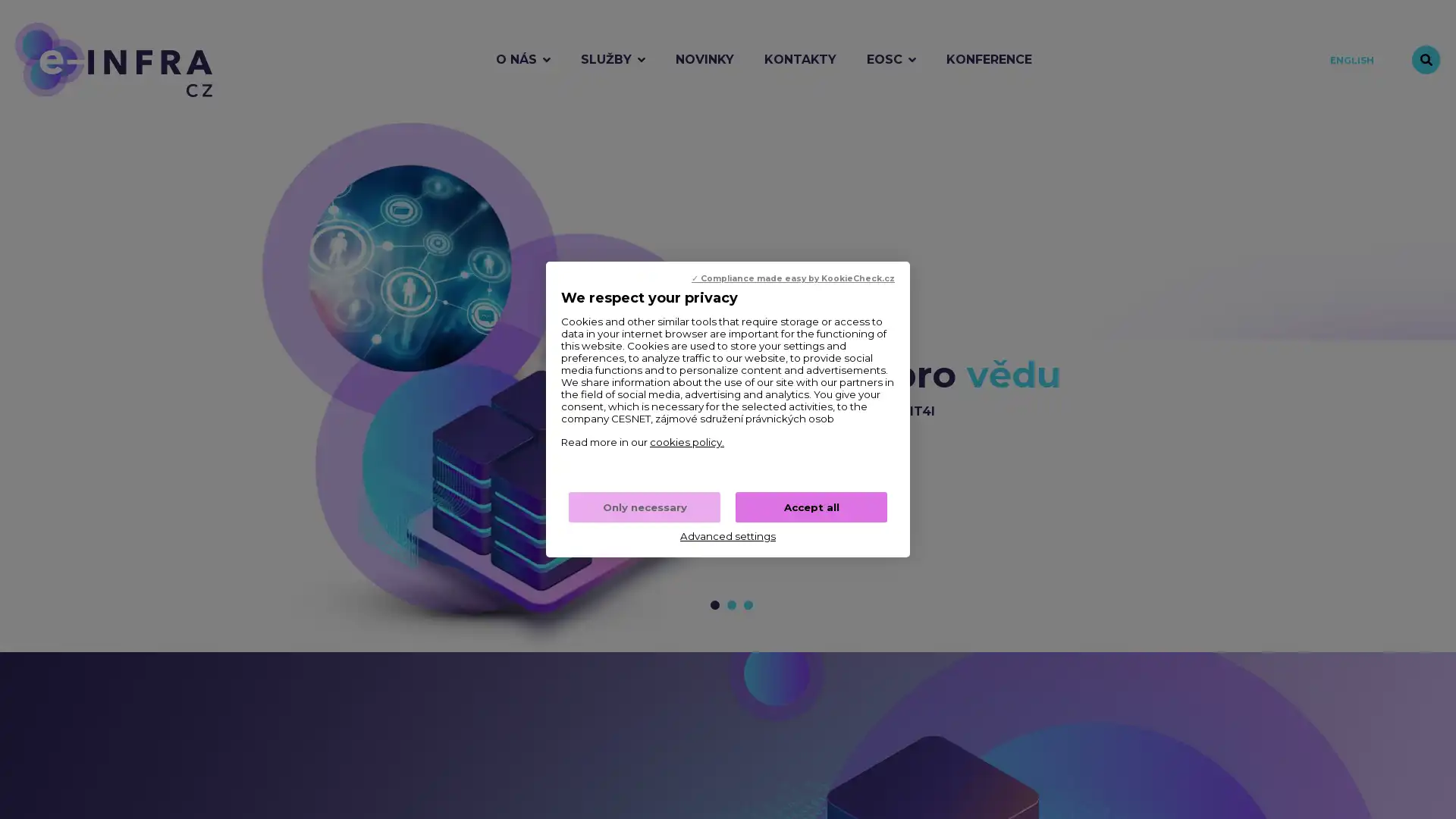 The image size is (1456, 819). What do you see at coordinates (731, 604) in the screenshot?
I see `Prejit na snimek c. 2` at bounding box center [731, 604].